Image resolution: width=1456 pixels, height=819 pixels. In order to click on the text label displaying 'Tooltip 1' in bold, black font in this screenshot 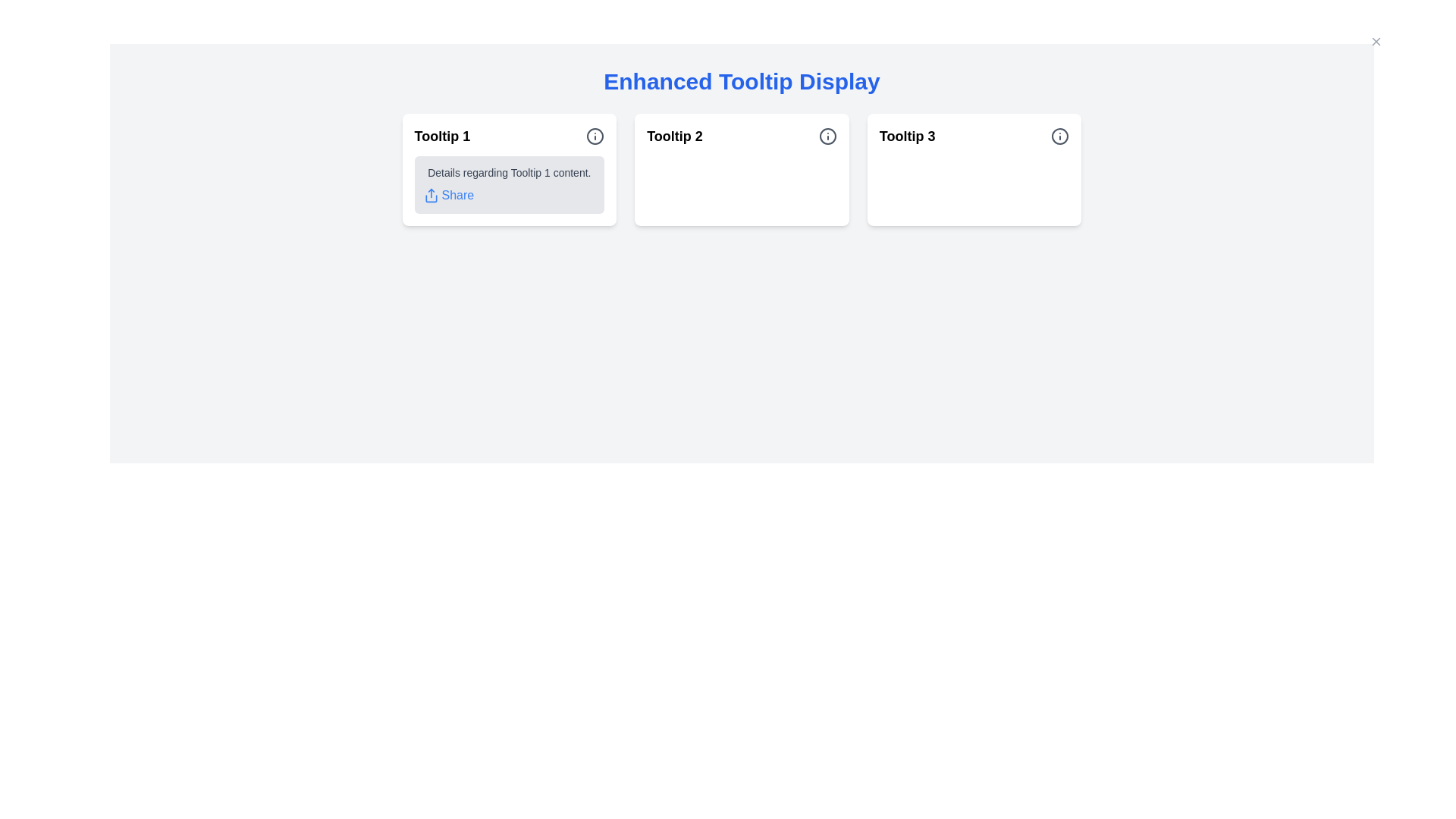, I will do `click(441, 136)`.